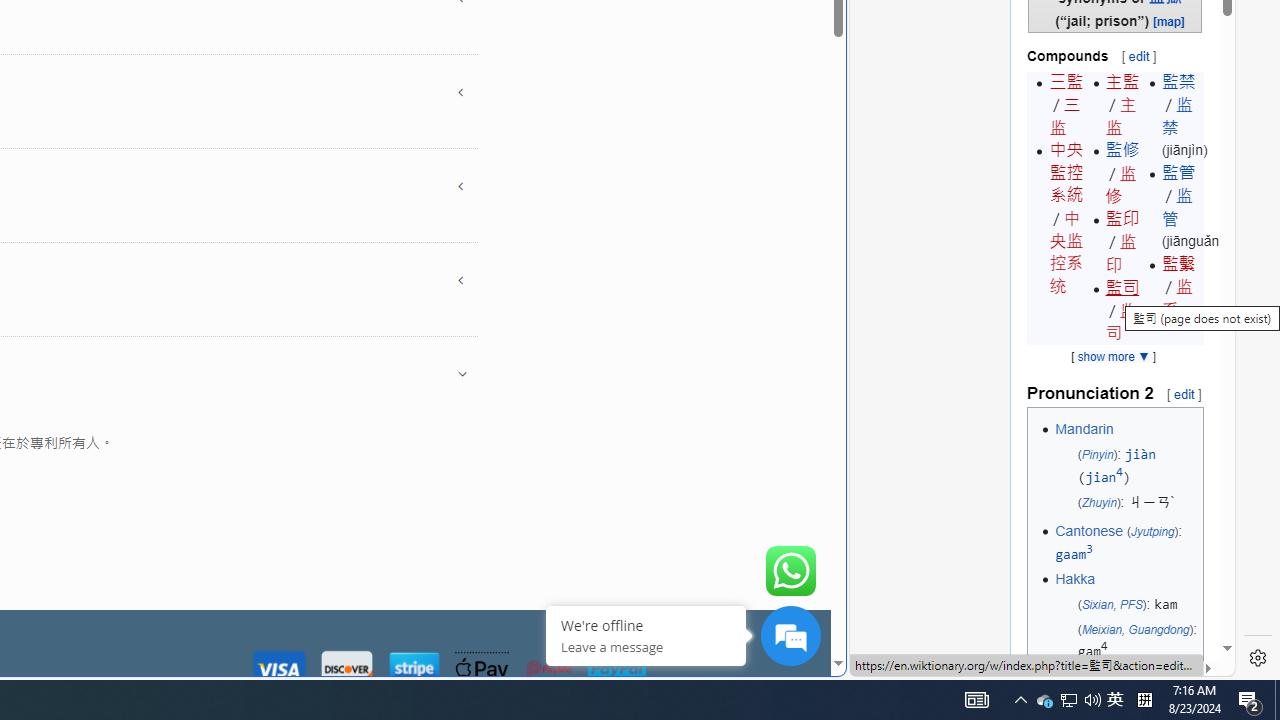 This screenshot has height=720, width=1280. What do you see at coordinates (1126, 614) in the screenshot?
I see `'Hakka(Sixian, PFS): kam(Meixian, Guangdong): gam4'` at bounding box center [1126, 614].